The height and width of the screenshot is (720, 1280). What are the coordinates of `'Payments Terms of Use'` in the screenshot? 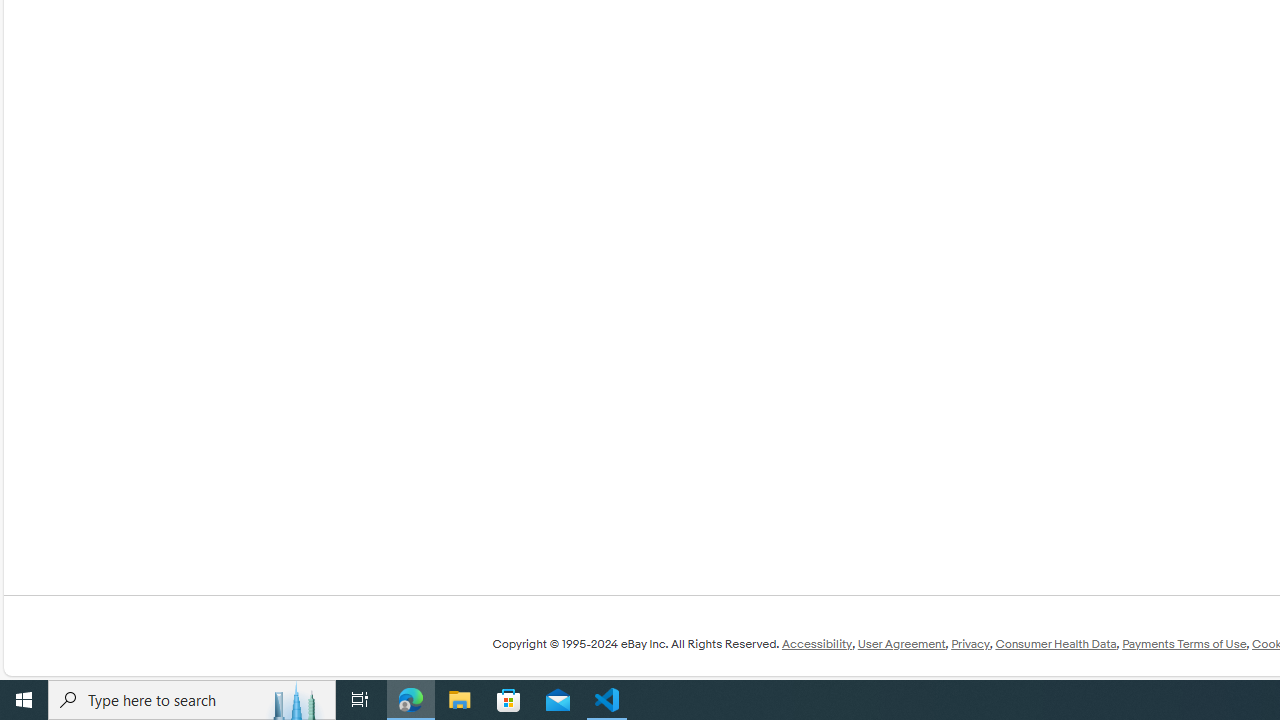 It's located at (1184, 644).